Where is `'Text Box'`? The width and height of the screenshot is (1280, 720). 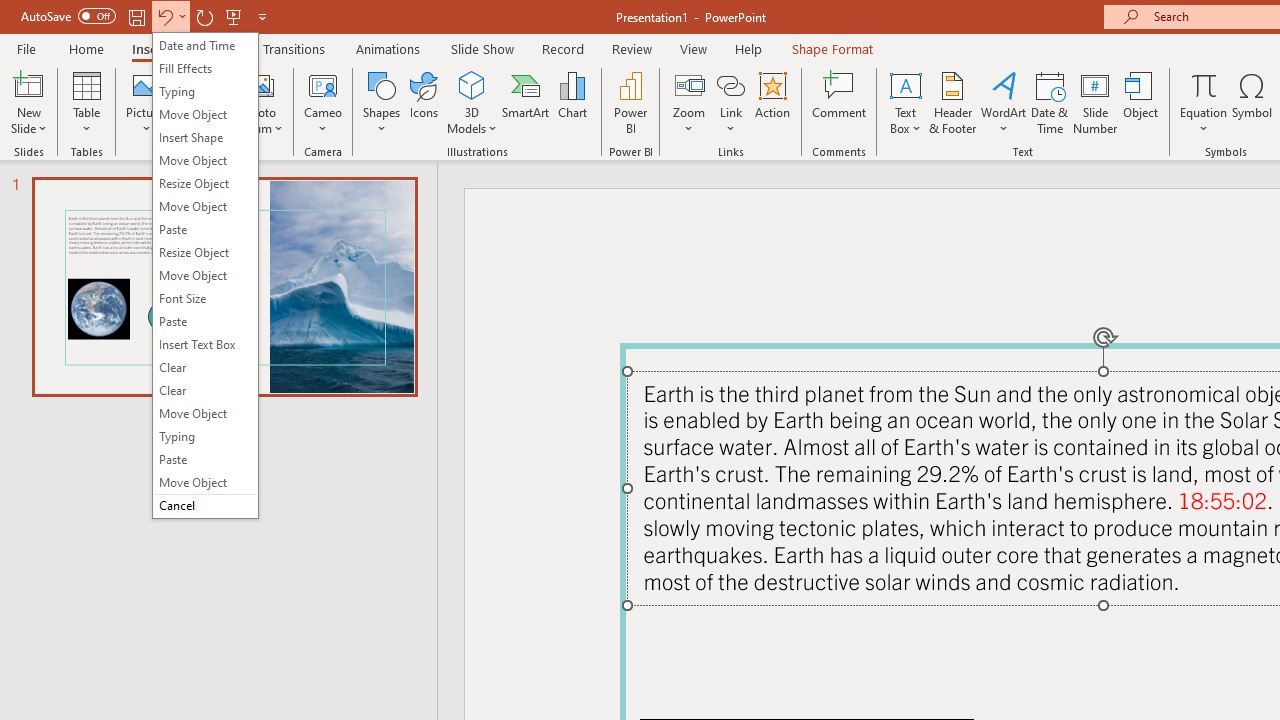 'Text Box' is located at coordinates (904, 103).